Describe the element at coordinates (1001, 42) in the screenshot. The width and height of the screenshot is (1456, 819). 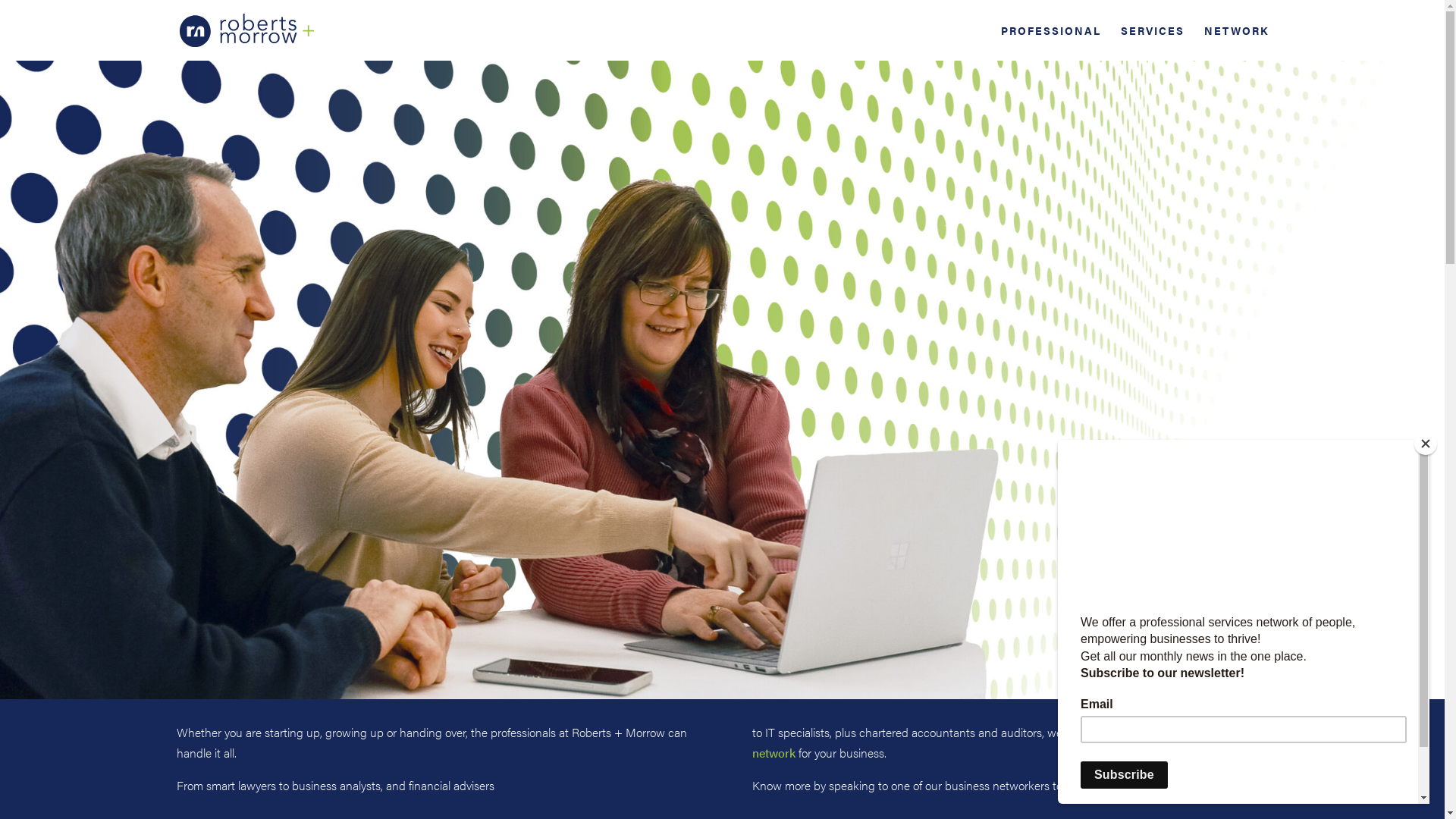
I see `'PROFESSIONAL'` at that location.